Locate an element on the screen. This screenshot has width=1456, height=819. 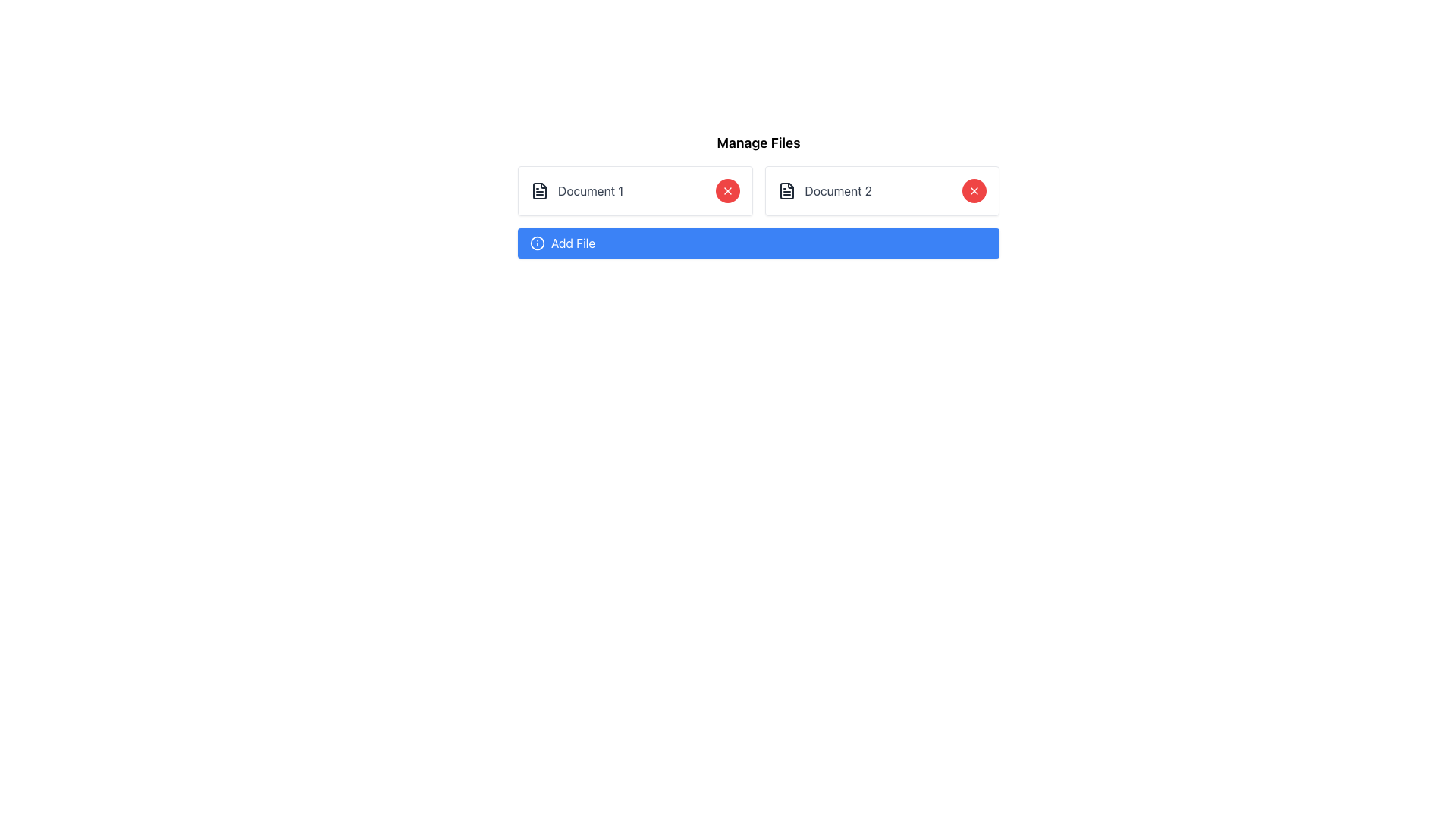
the SVG circle element that serves as a focal point in the icon next to the 'Add File' button is located at coordinates (538, 242).